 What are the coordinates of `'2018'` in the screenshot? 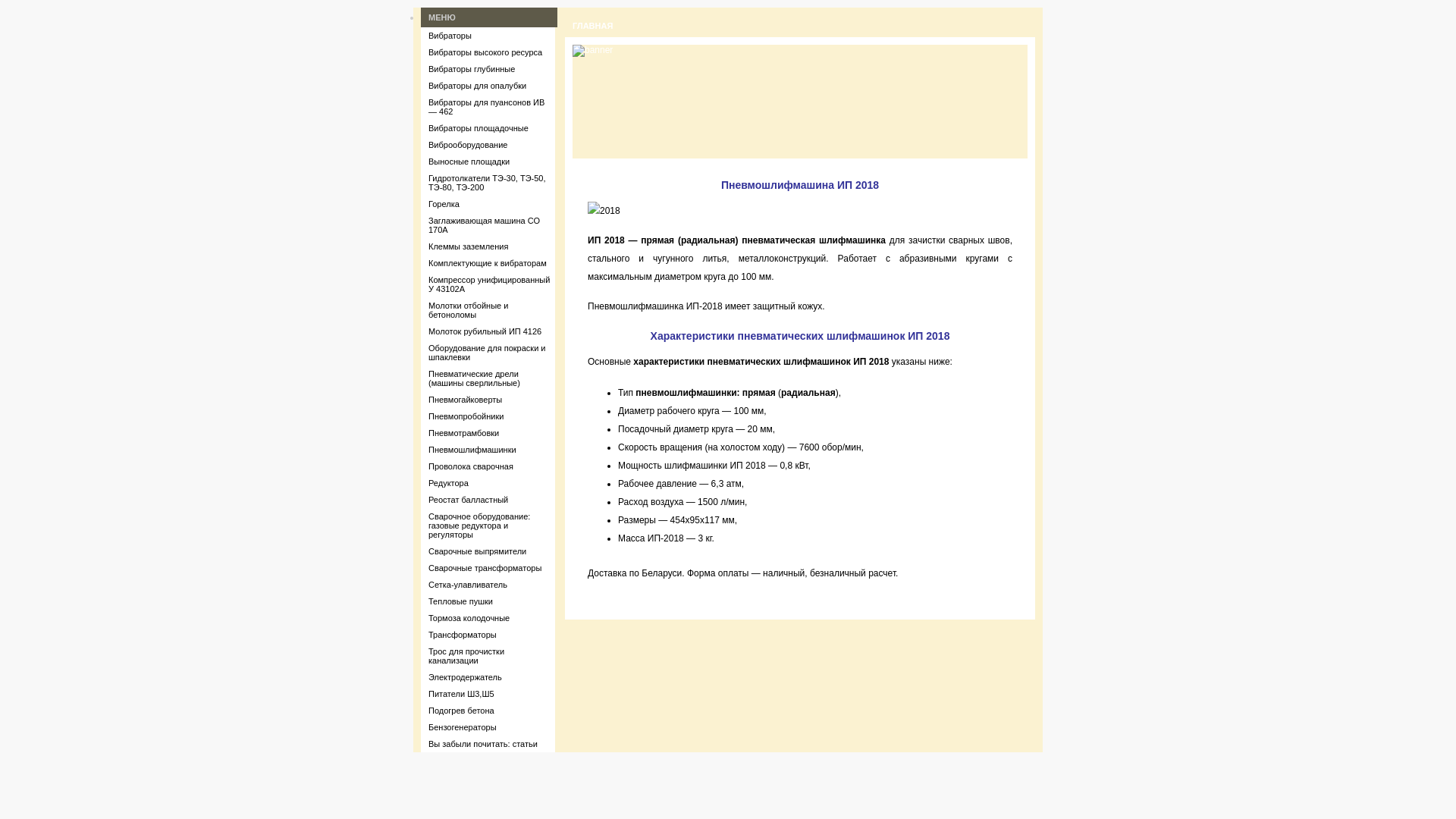 It's located at (586, 210).